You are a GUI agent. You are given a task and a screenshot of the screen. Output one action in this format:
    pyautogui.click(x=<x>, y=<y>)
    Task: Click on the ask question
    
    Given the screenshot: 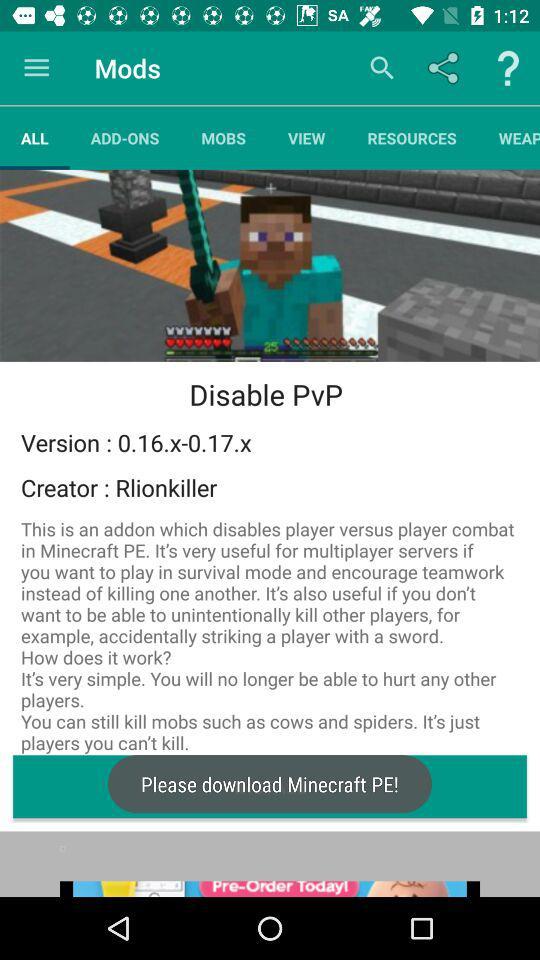 What is the action you would take?
    pyautogui.click(x=508, y=68)
    